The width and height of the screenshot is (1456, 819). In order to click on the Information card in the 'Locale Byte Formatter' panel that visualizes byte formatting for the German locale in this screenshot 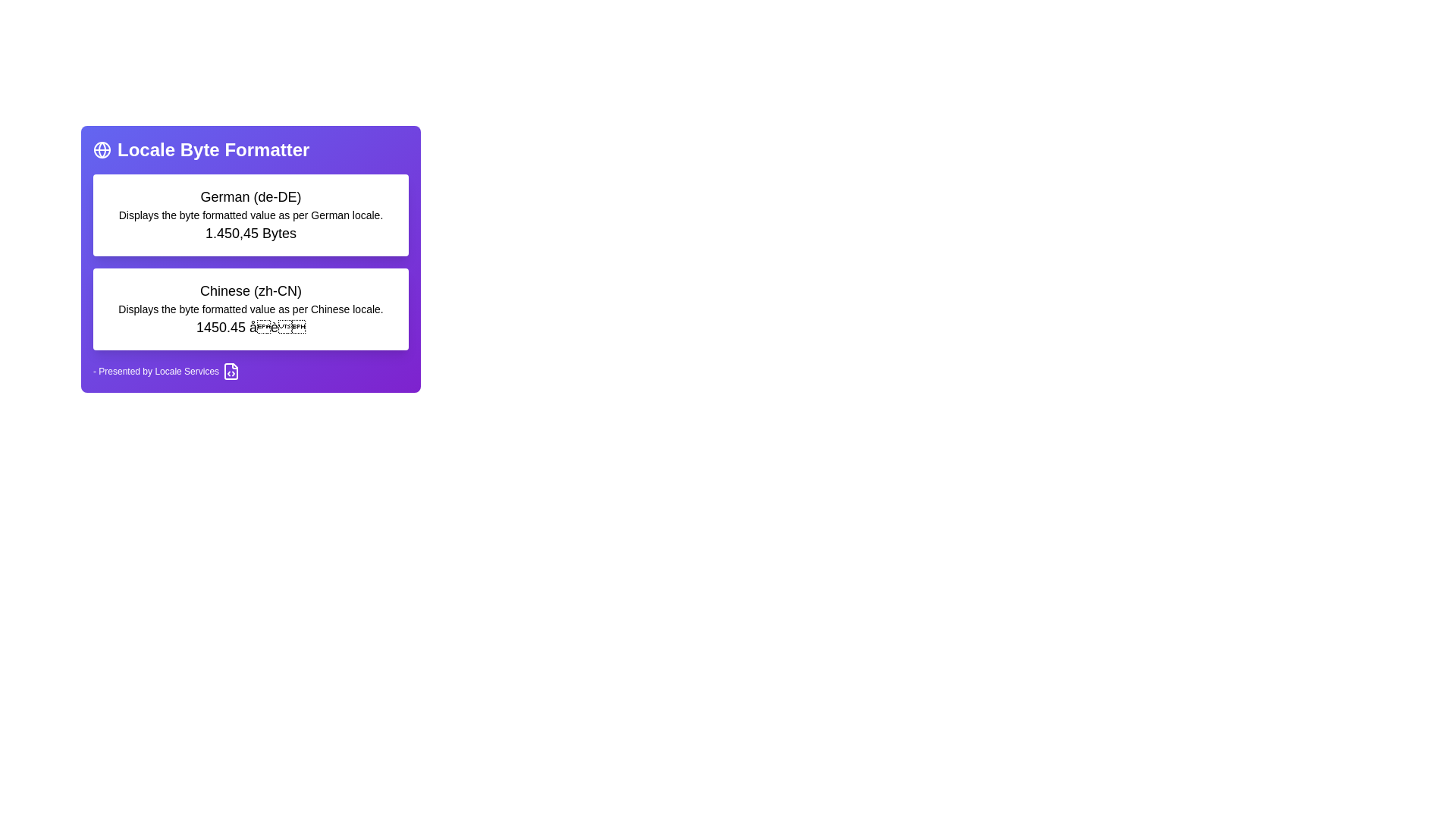, I will do `click(251, 215)`.